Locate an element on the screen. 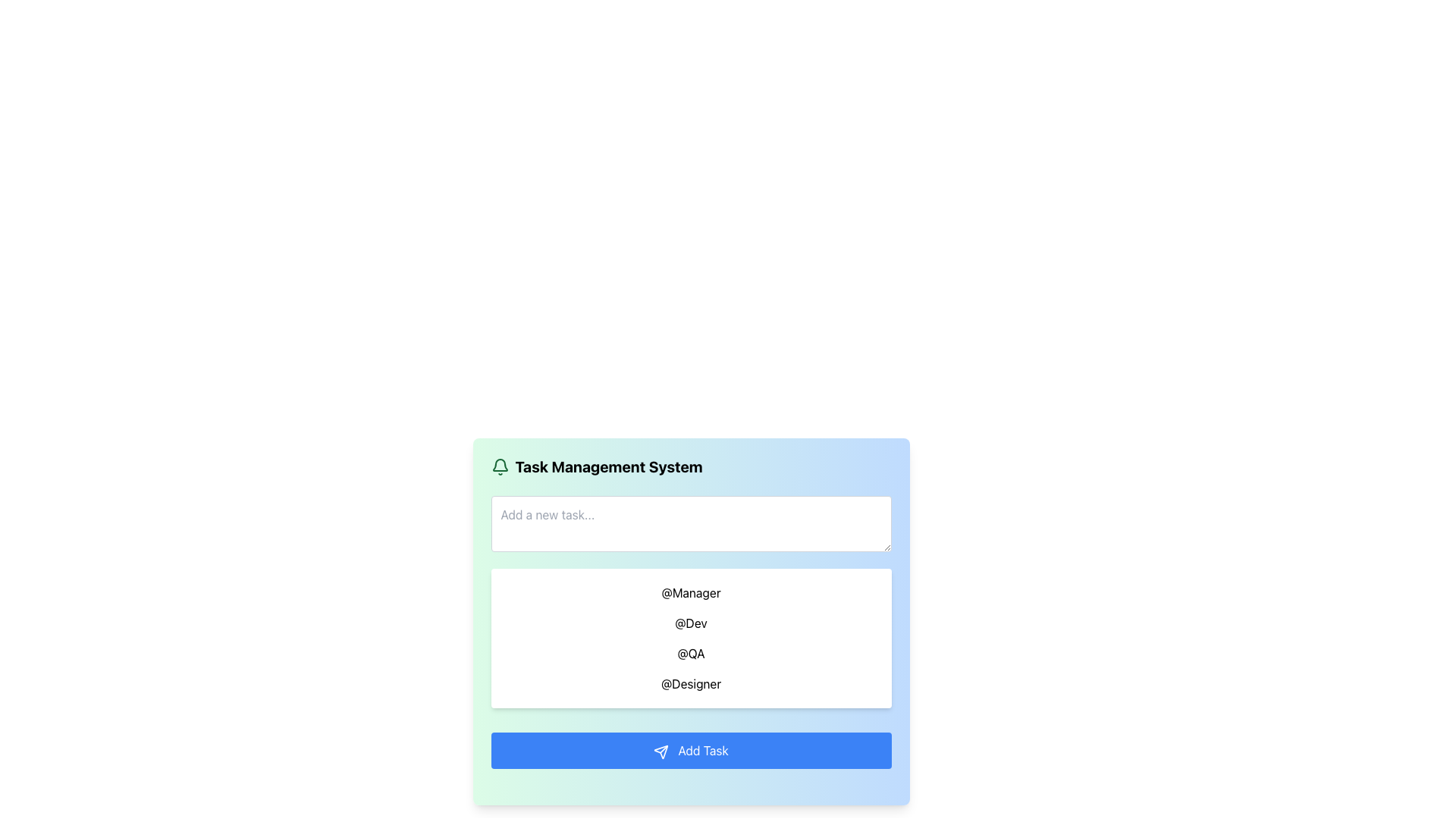 The height and width of the screenshot is (819, 1456). the selectable list item labeled '@Dev' which is the second item in a list of four text items is located at coordinates (690, 619).